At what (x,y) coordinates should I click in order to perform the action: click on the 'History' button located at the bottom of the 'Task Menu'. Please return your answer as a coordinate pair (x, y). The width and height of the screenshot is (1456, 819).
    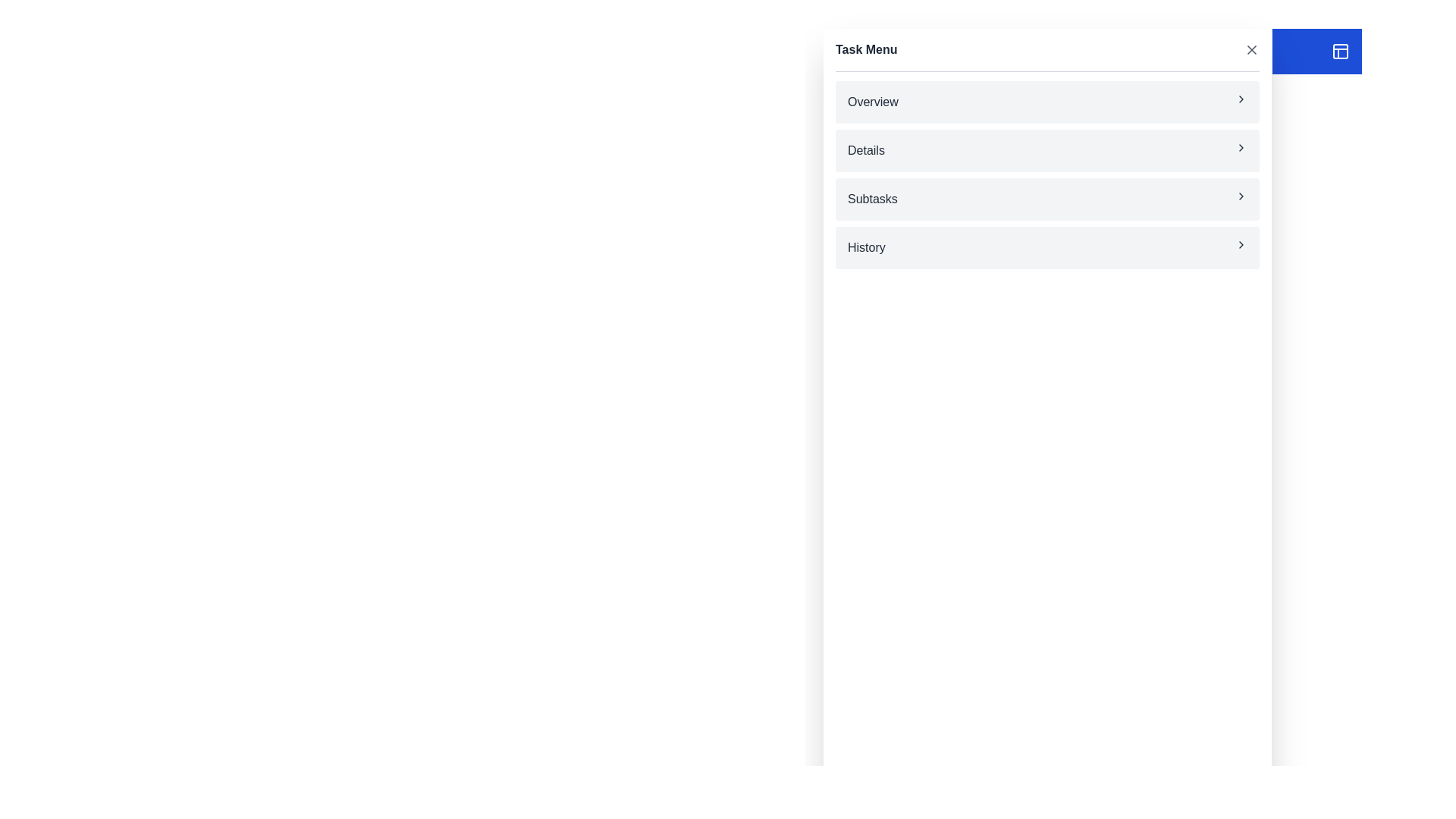
    Looking at the image, I should click on (1046, 247).